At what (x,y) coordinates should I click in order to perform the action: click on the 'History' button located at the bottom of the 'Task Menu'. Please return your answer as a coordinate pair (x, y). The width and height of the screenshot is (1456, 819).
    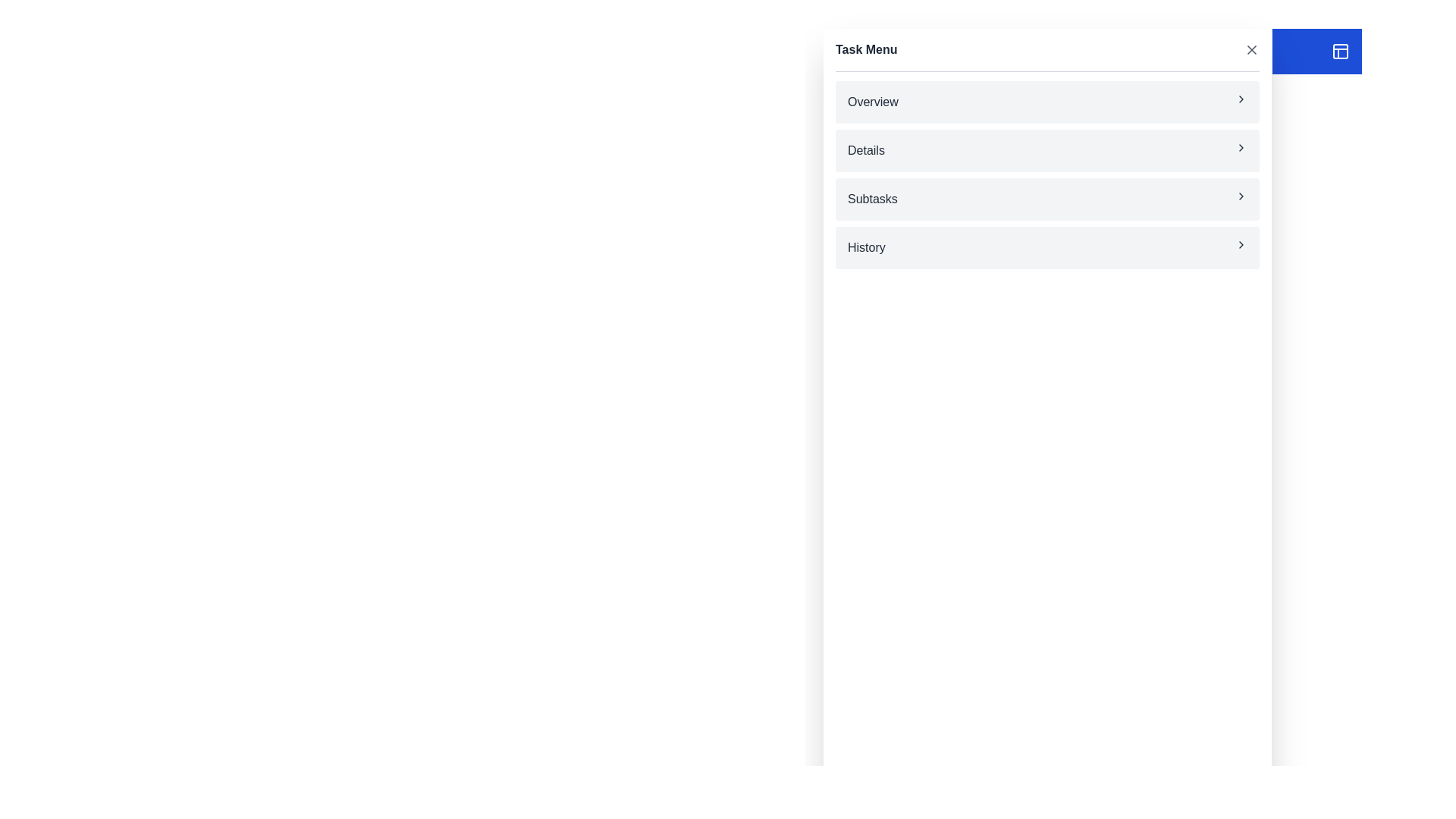
    Looking at the image, I should click on (1046, 247).